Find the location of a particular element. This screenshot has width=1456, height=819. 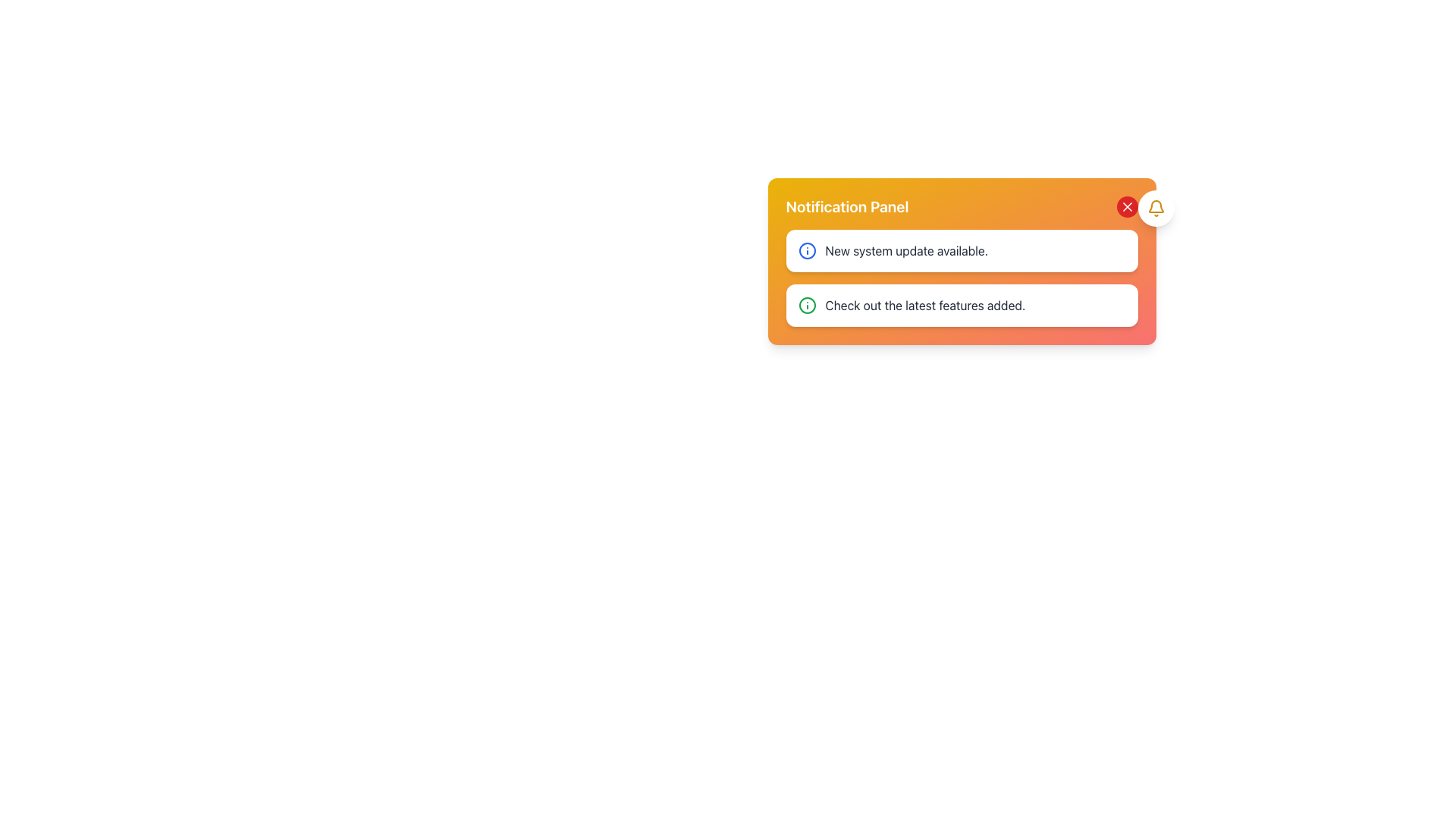

the Notification Panel to interact with its content, which includes notifications displayed in rounded boxes with icons is located at coordinates (961, 260).